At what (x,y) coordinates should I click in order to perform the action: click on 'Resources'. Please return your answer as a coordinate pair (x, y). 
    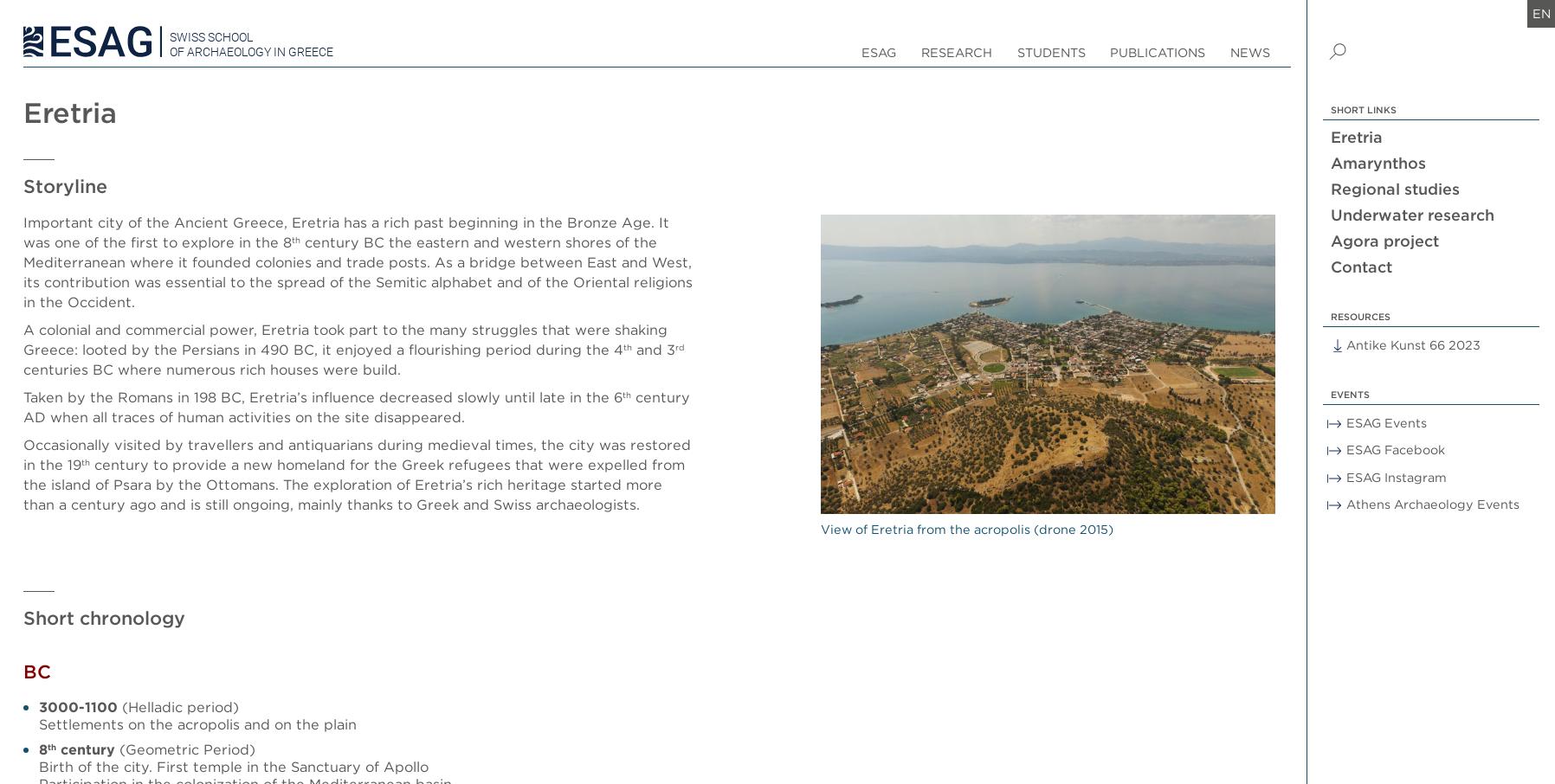
    Looking at the image, I should click on (1358, 315).